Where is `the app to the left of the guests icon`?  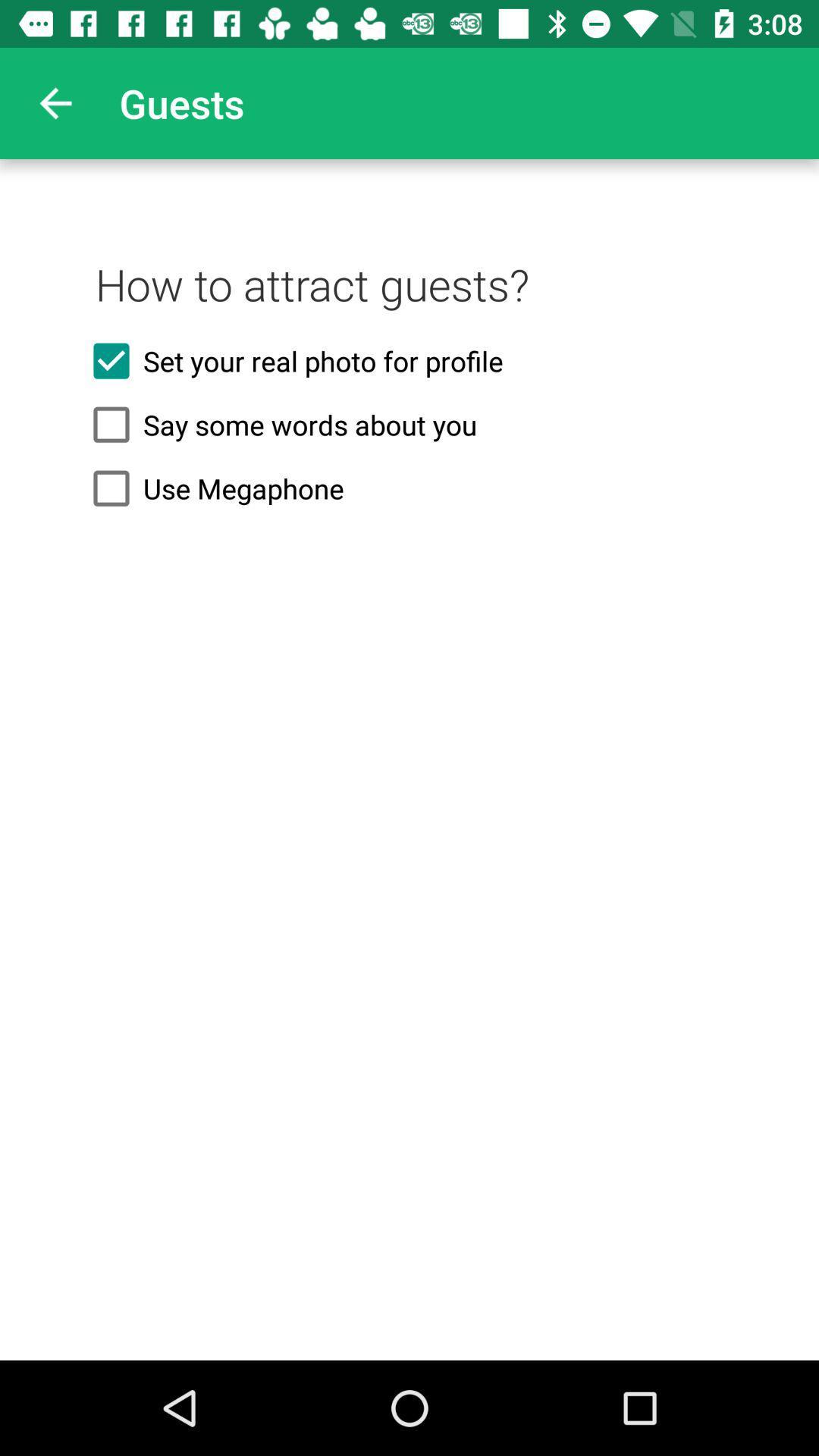 the app to the left of the guests icon is located at coordinates (55, 102).